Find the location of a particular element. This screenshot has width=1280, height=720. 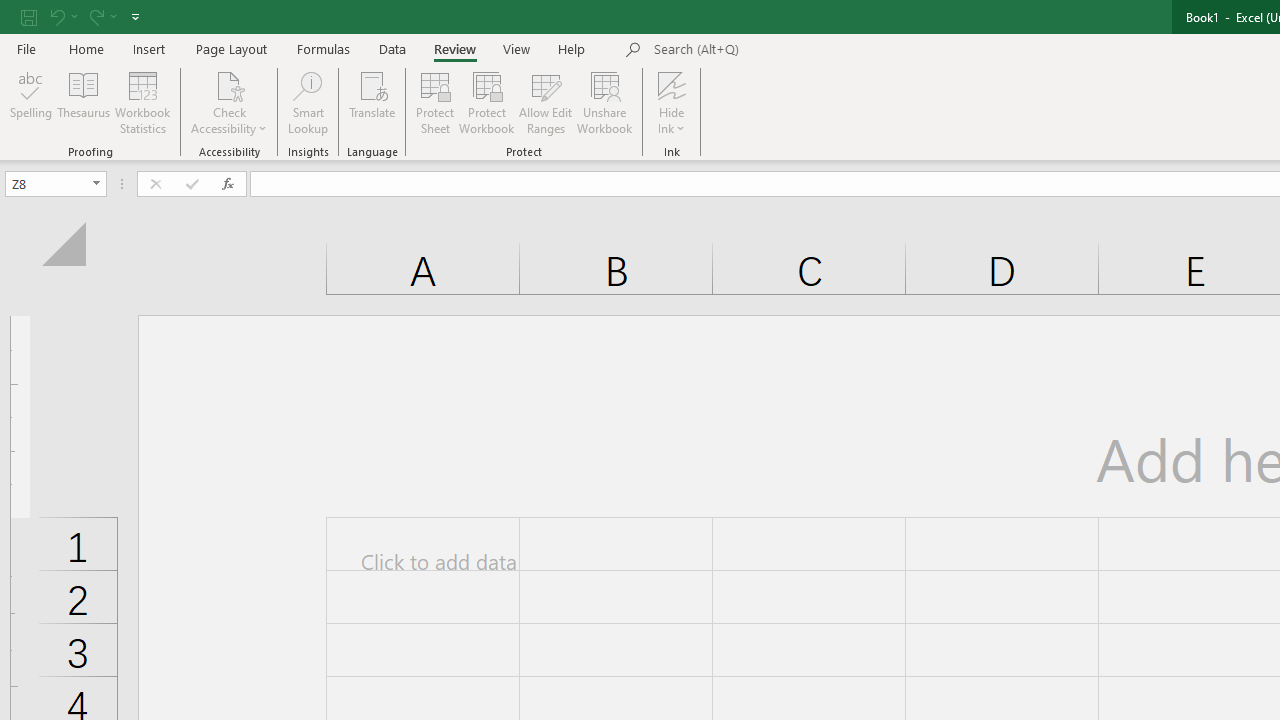

'Microsoft search' is located at coordinates (791, 49).